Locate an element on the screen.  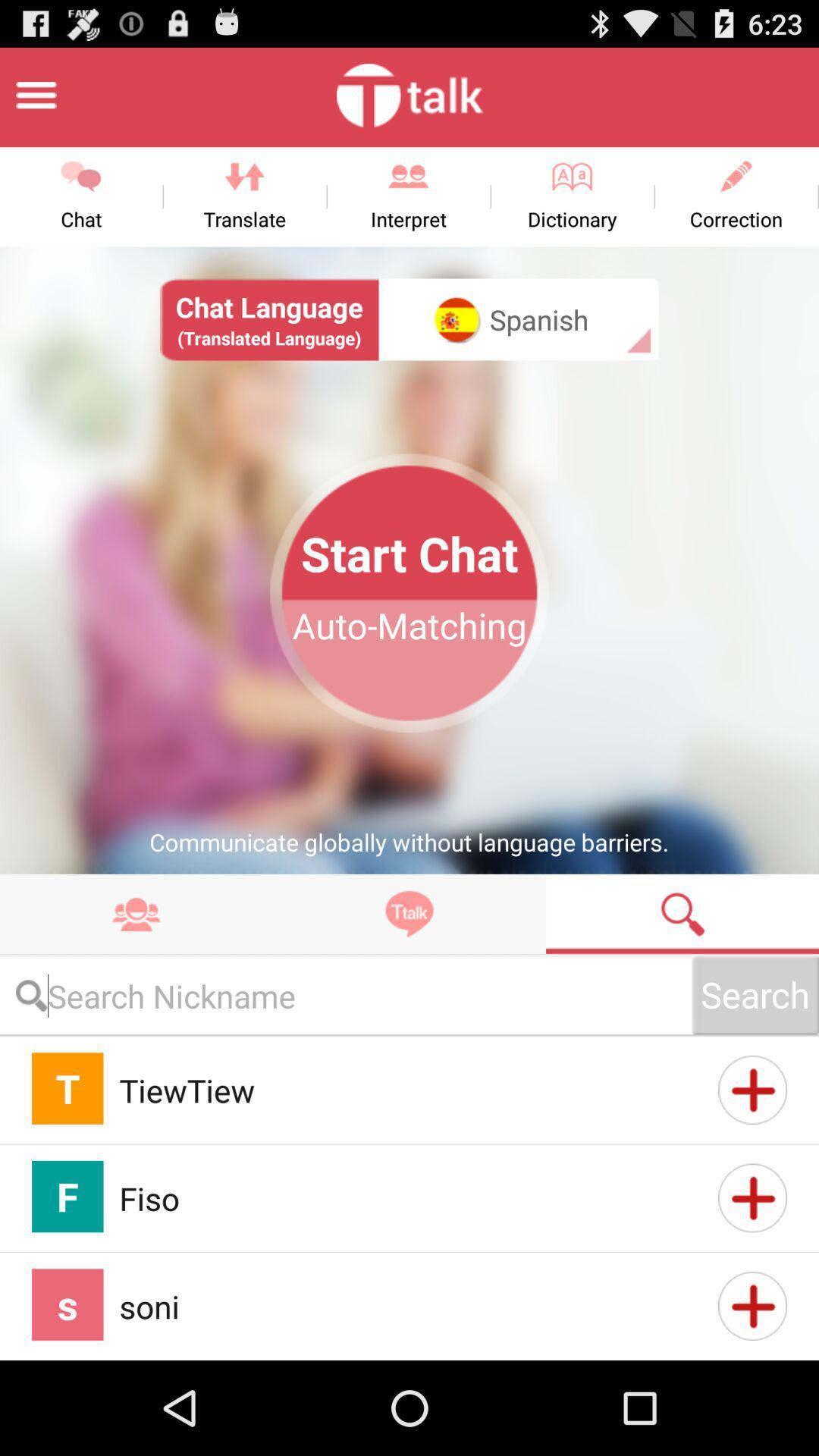
home page is located at coordinates (35, 94).